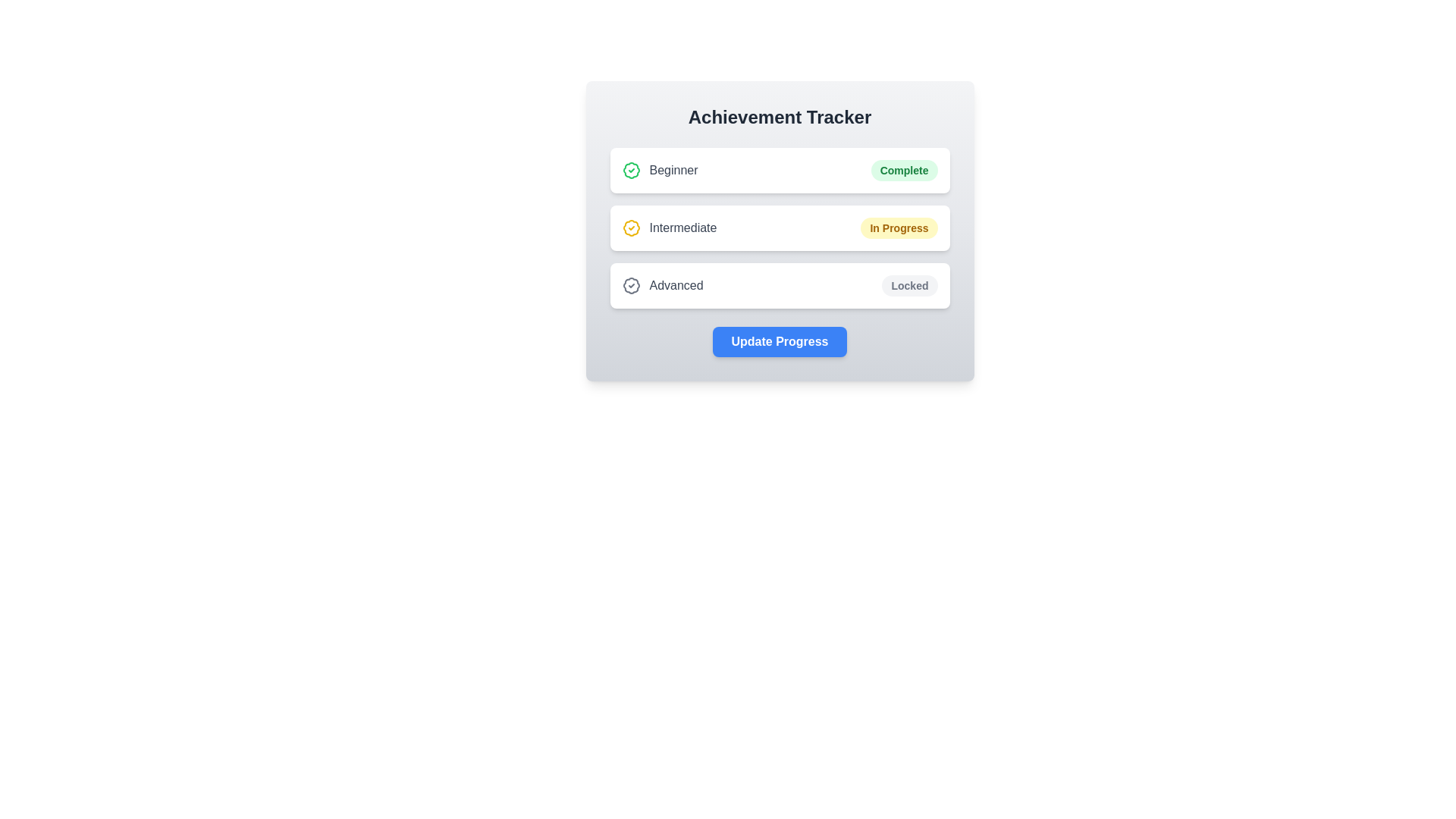 The height and width of the screenshot is (819, 1456). I want to click on the progress status indicator for the intermediate level within the 'Achievement Tracker', located between 'Beginner - Complete' and 'Advanced - Locked', so click(780, 227).